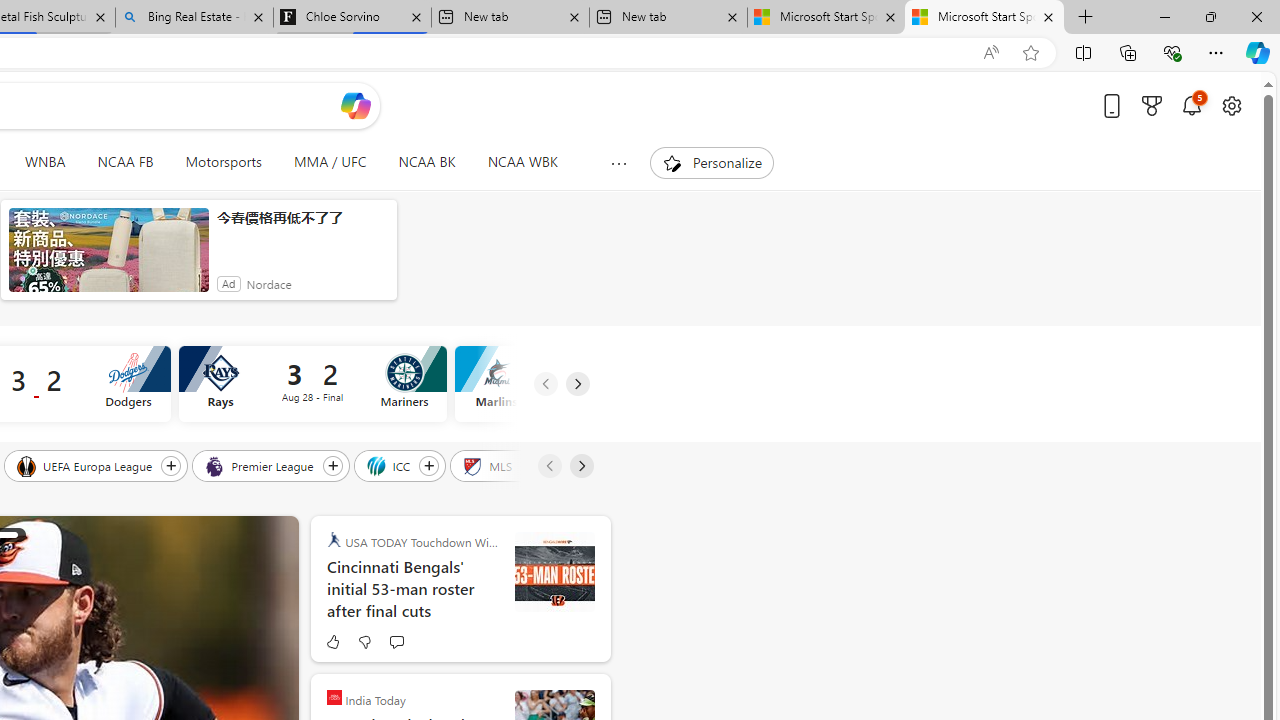 Image resolution: width=1280 pixels, height=720 pixels. I want to click on 'Personalize', so click(711, 162).